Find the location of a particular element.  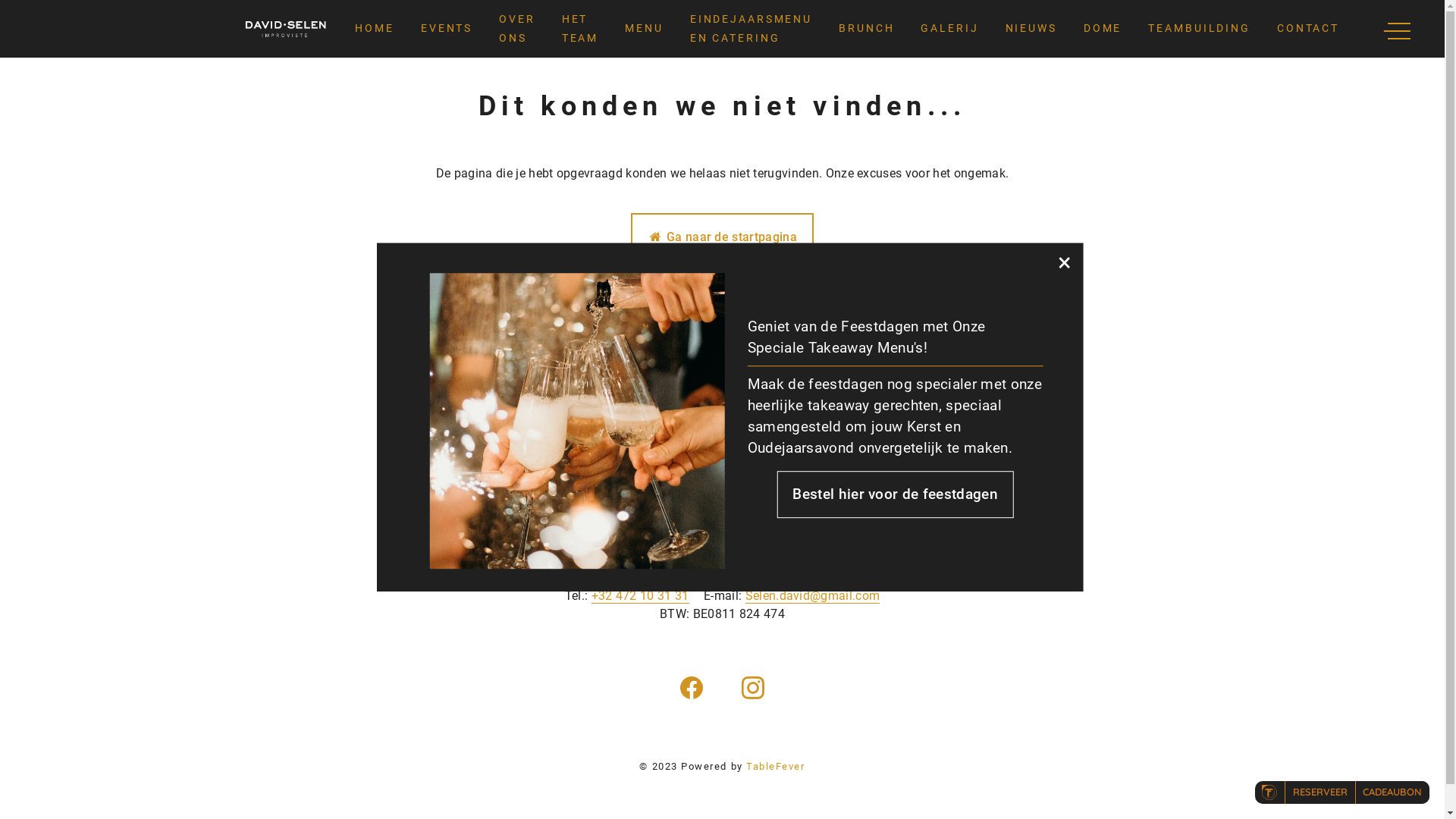

'EINDEJAARSMENU EN CATERING' is located at coordinates (751, 29).